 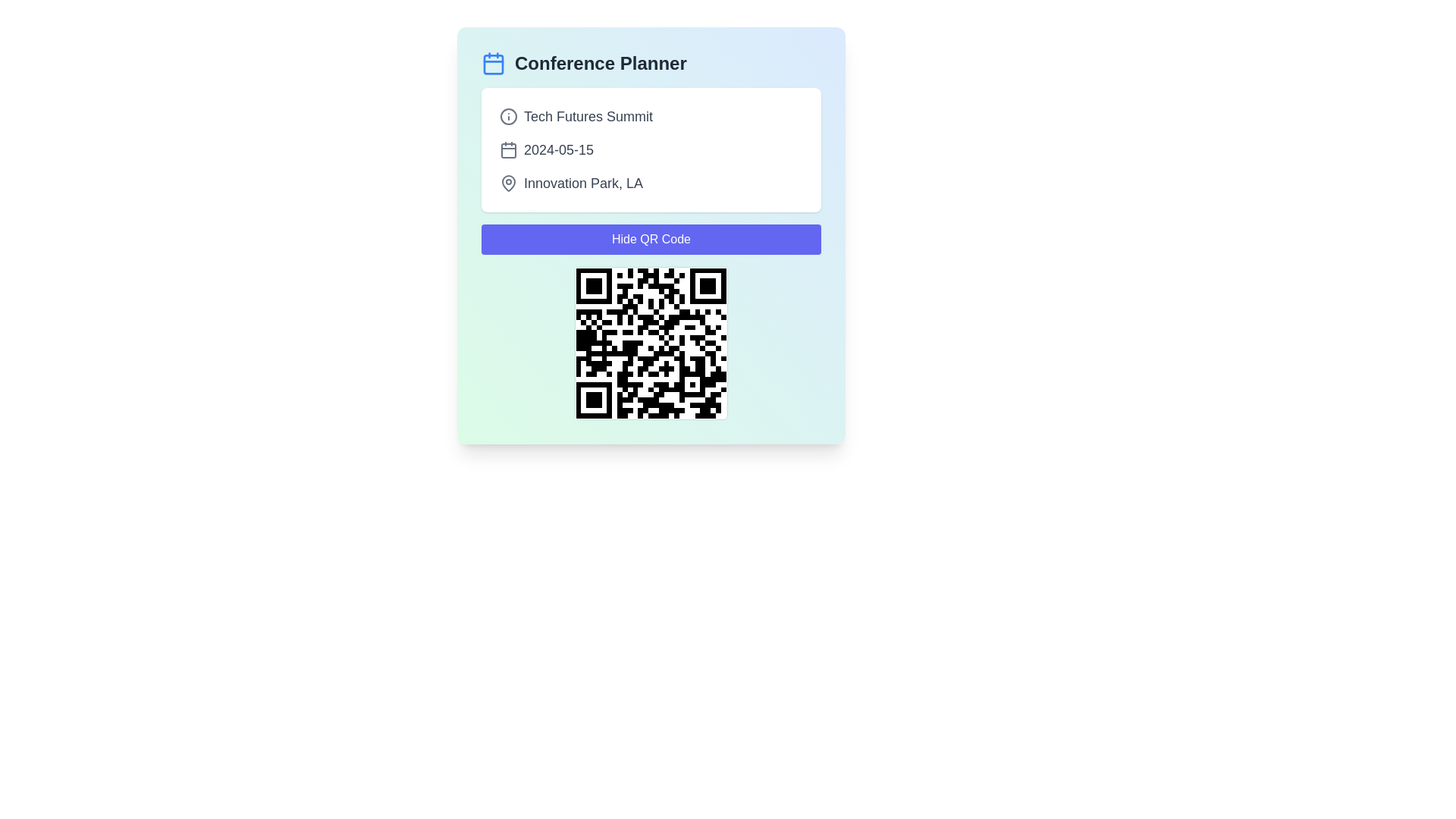 What do you see at coordinates (651, 116) in the screenshot?
I see `text displayed in the Label with icon that shows 'Tech Futures Summit', which is located centrally on the white card above the date '2024-05-15'` at bounding box center [651, 116].